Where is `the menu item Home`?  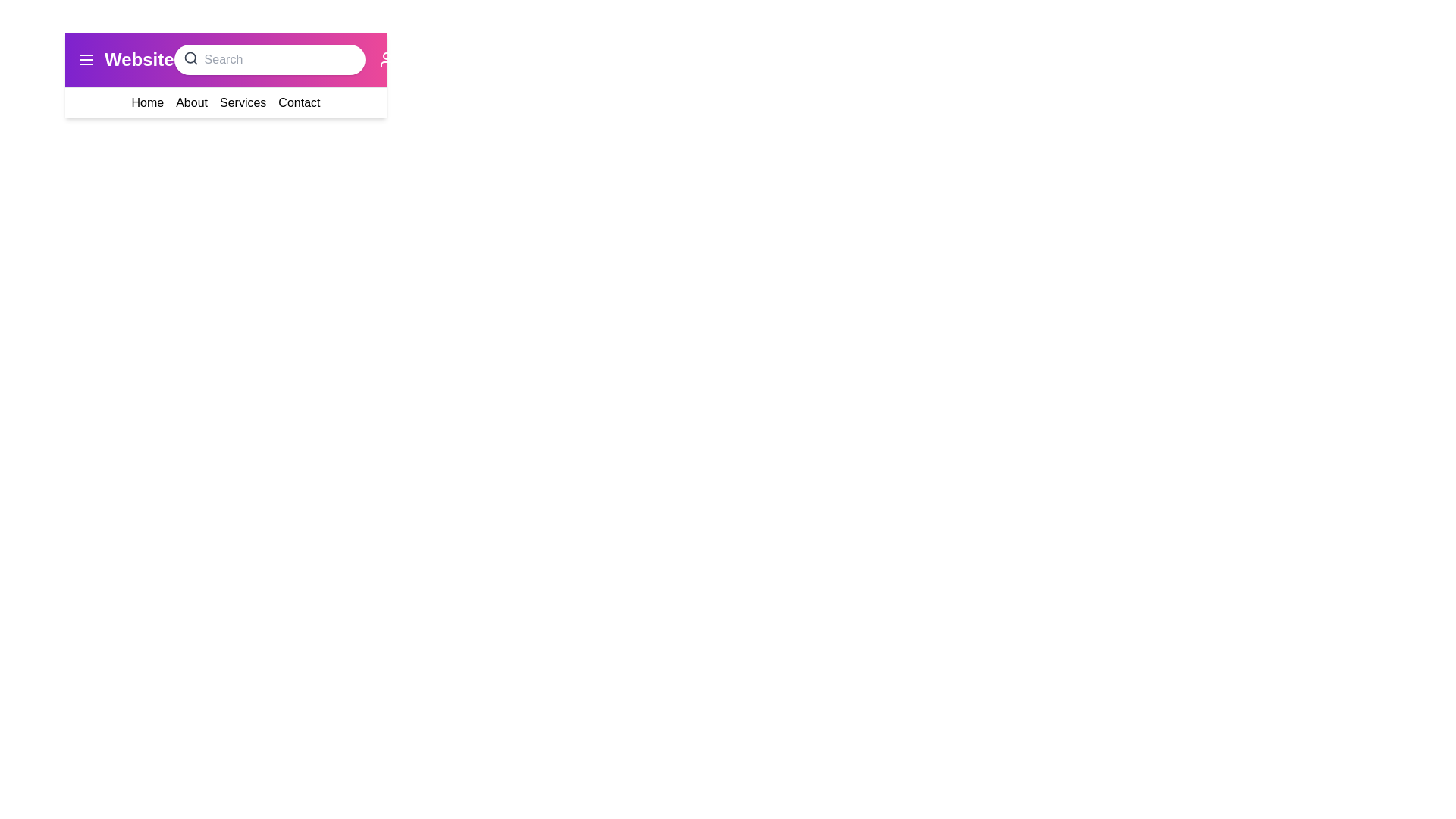
the menu item Home is located at coordinates (147, 102).